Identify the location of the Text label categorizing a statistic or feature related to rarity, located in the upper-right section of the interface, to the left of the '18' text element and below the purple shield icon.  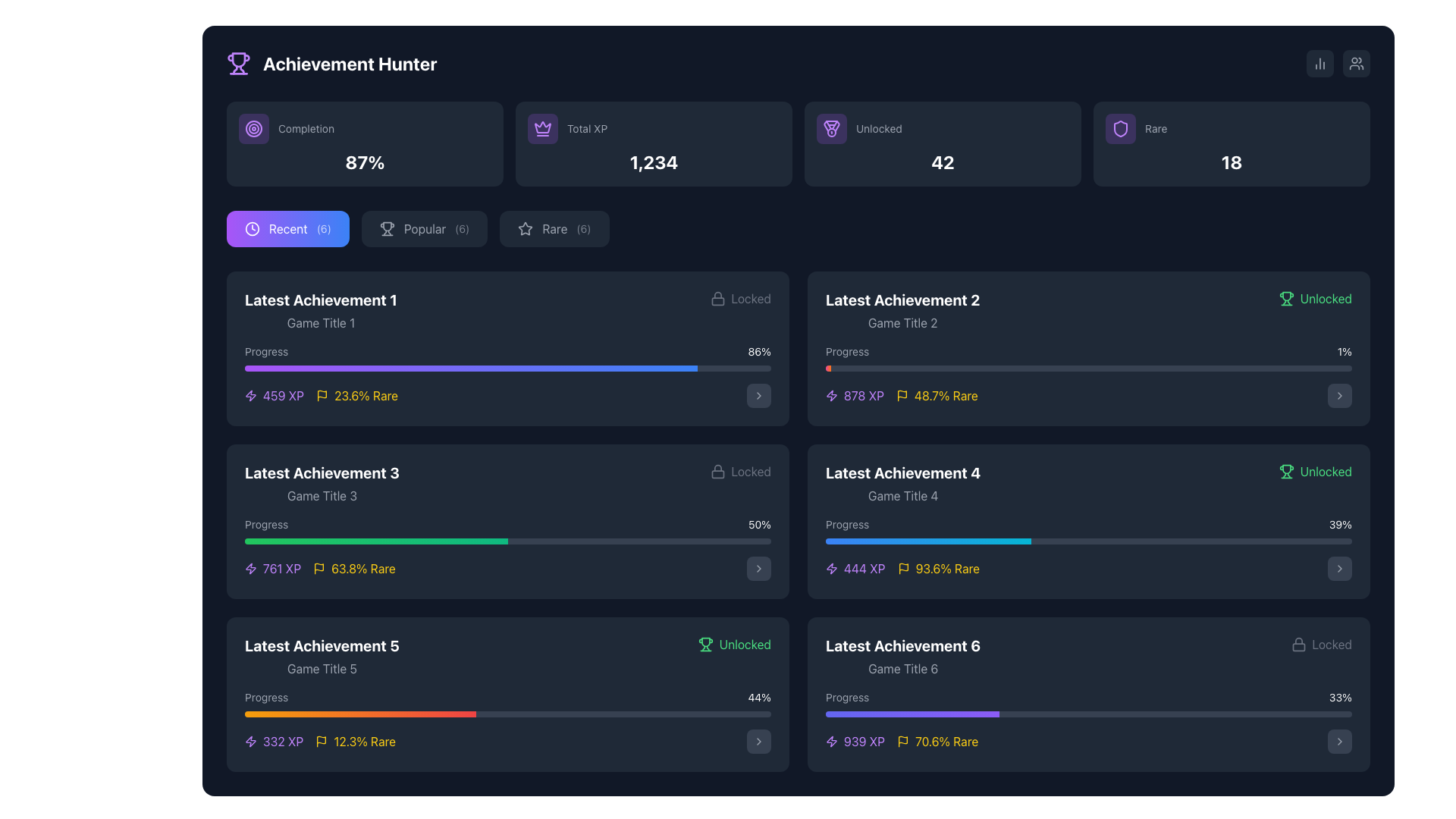
(1232, 127).